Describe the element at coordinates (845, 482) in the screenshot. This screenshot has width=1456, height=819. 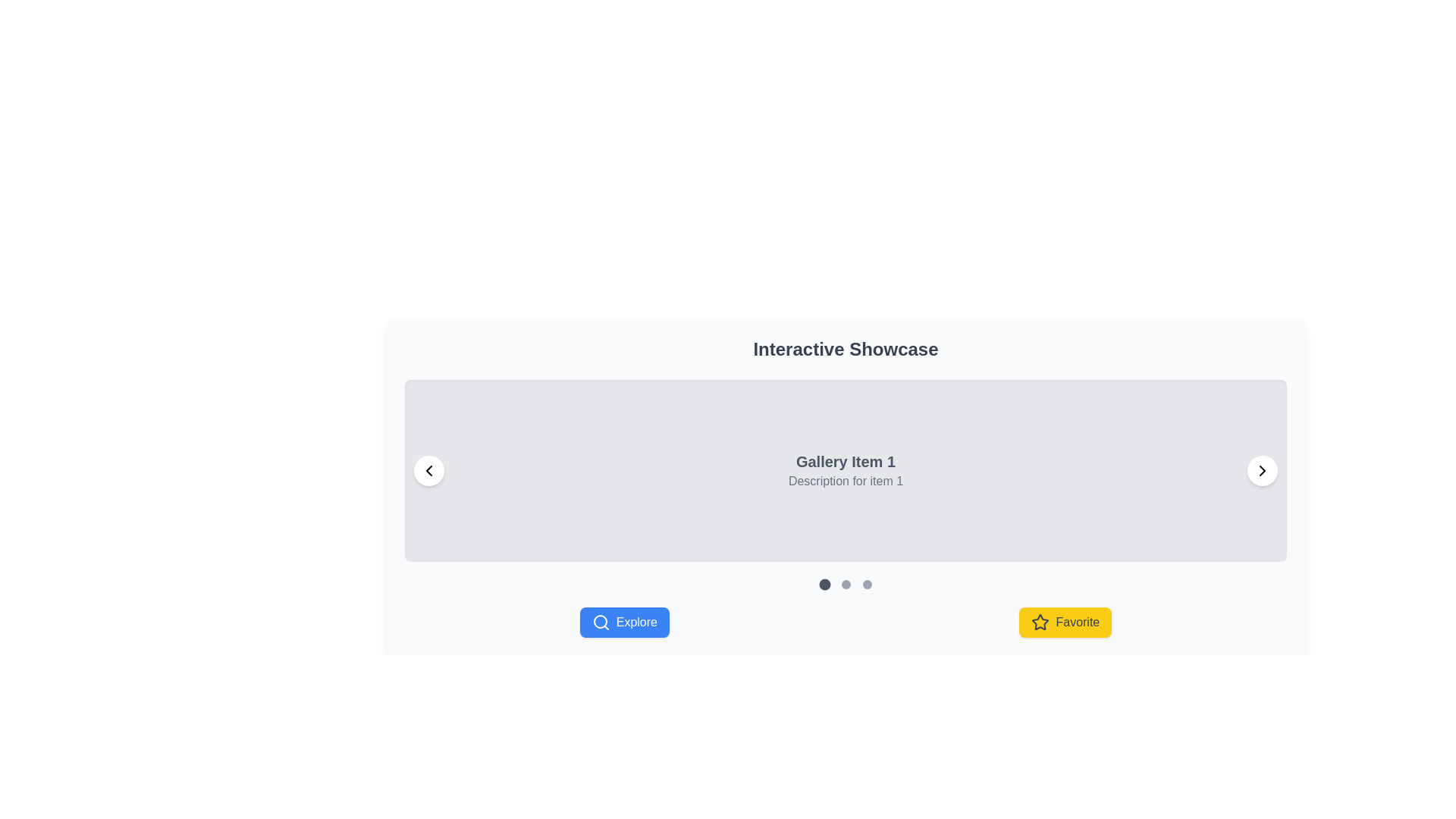
I see `the static text label reading 'Description for item 1', which is styled in light gray and positioned beneath 'Gallery Item 1' in the gallery item display` at that location.